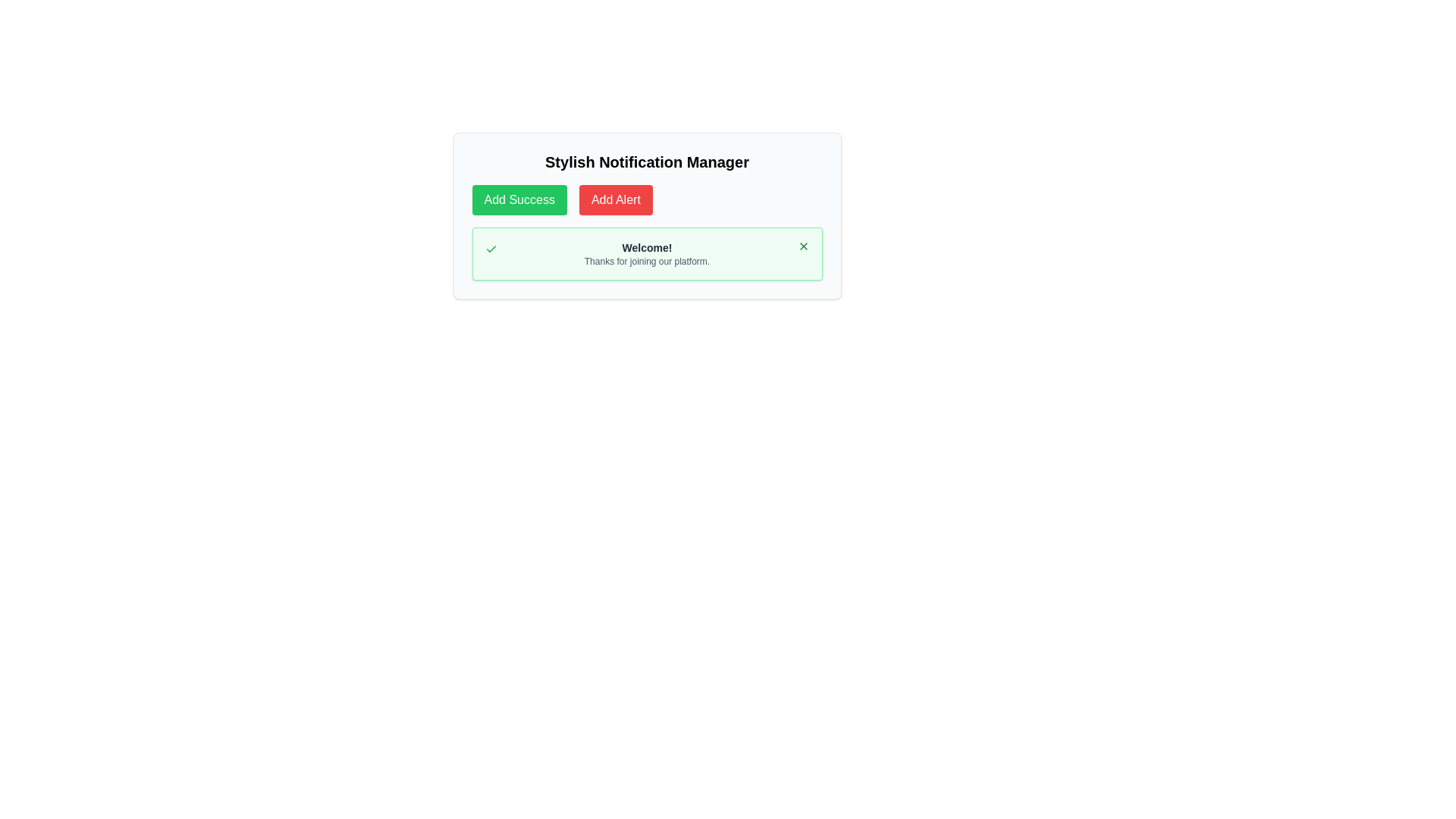  I want to click on the 'Add Success' button located below the 'Stylish Notification Manager' header to observe the hover effect, so click(519, 199).